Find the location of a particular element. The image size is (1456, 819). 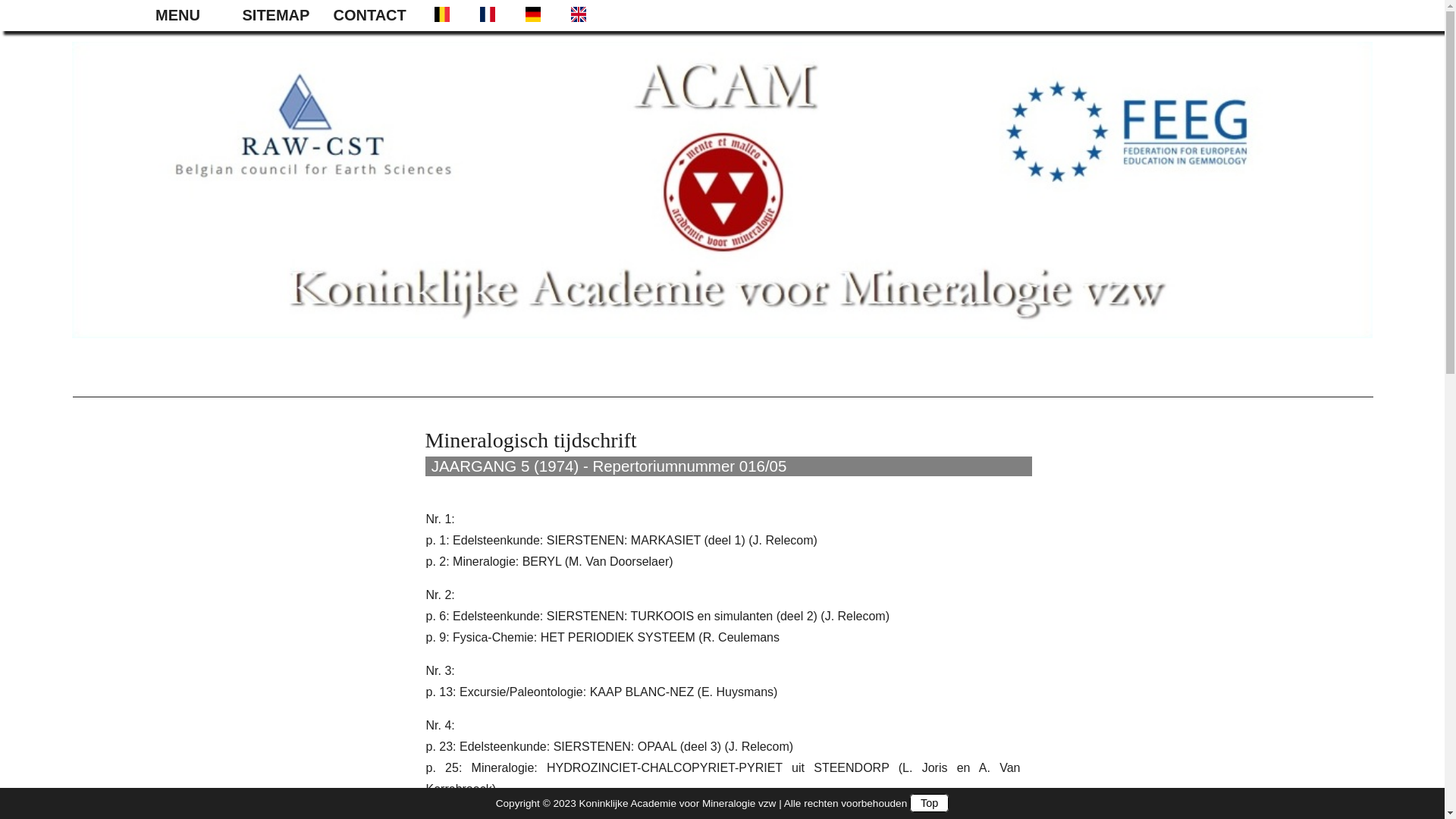

'Condensed information in English' is located at coordinates (576, 14).